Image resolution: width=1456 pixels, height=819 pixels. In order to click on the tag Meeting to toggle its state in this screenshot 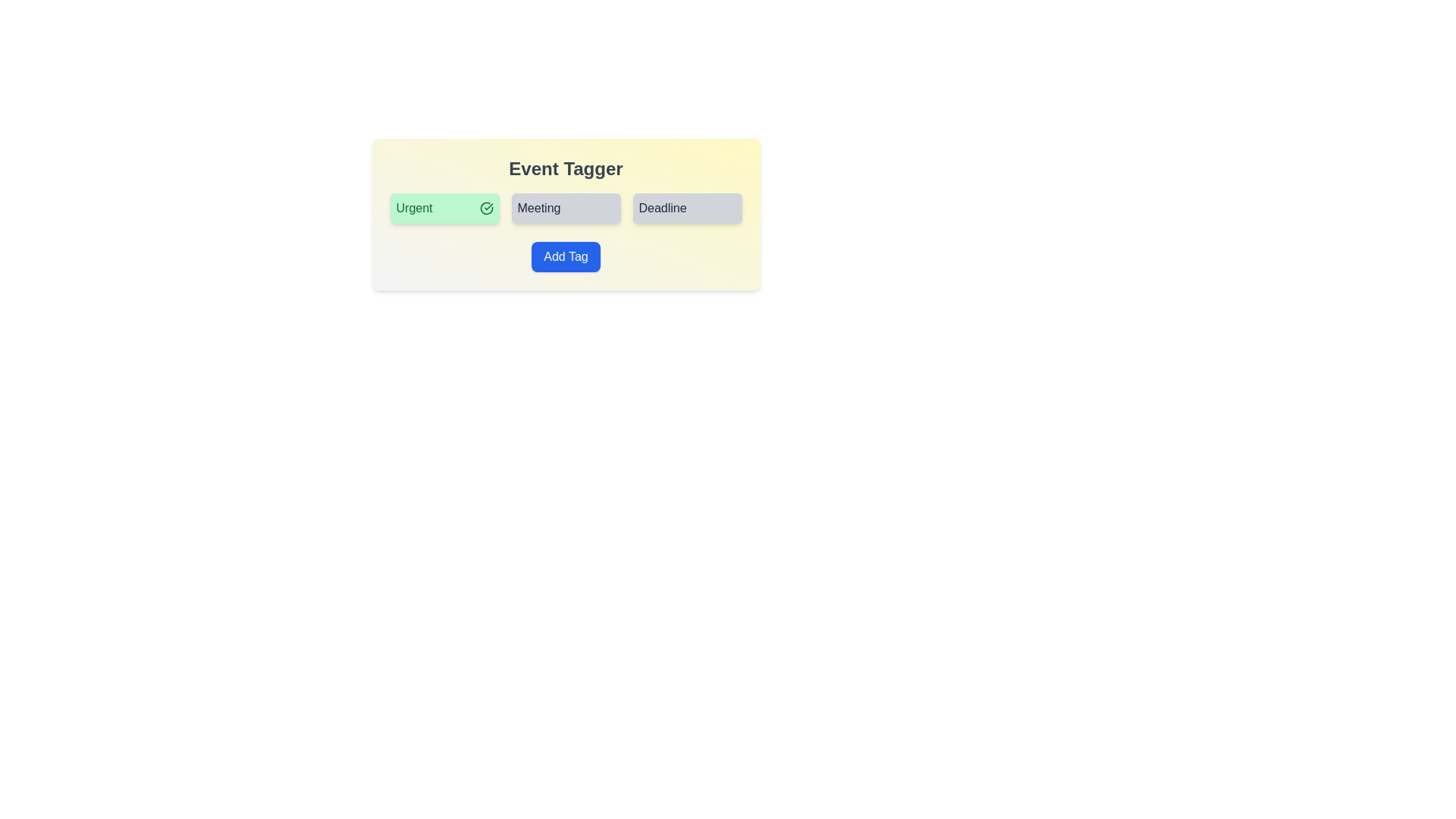, I will do `click(565, 208)`.